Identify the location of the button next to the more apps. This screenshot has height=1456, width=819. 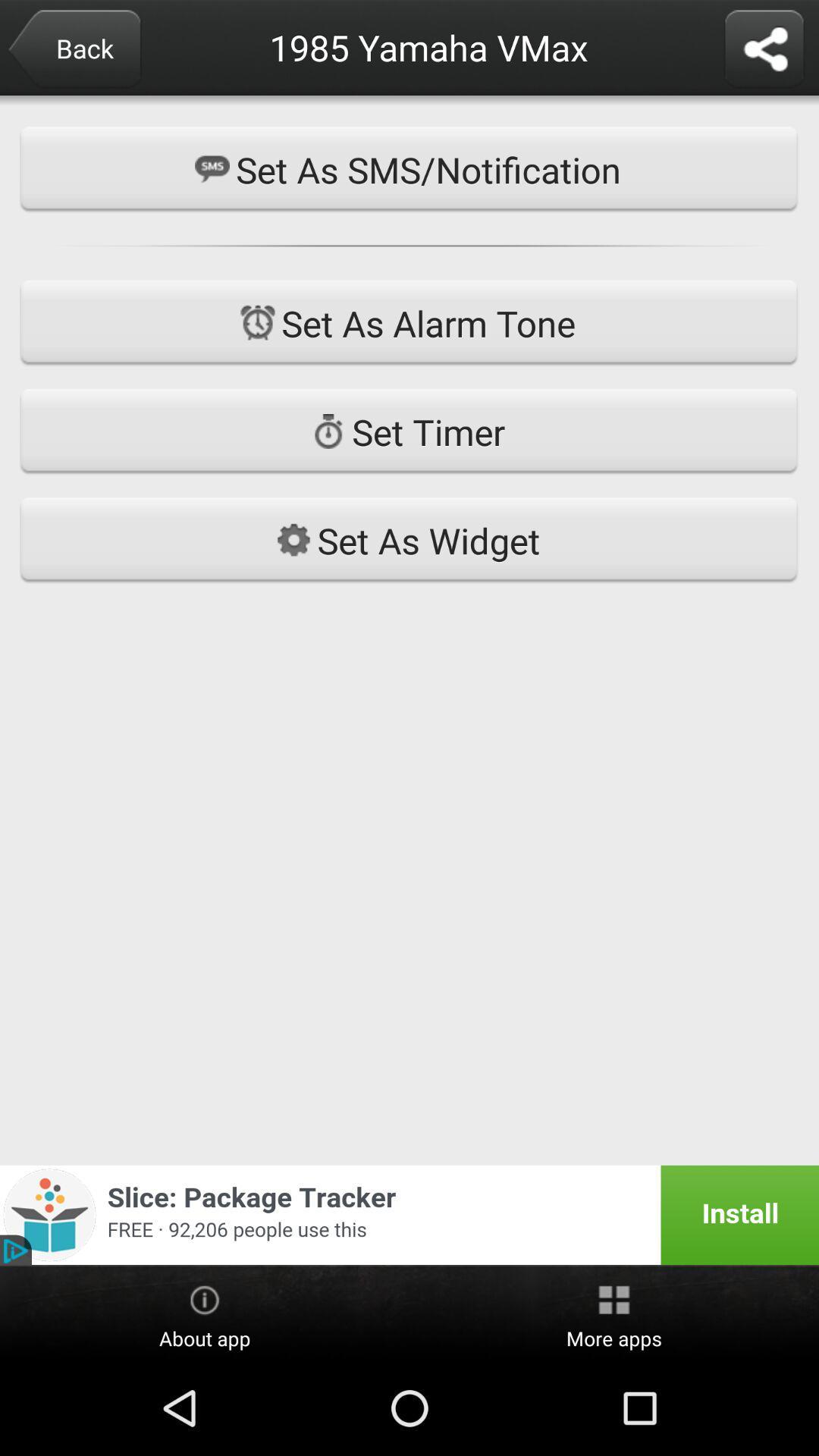
(205, 1313).